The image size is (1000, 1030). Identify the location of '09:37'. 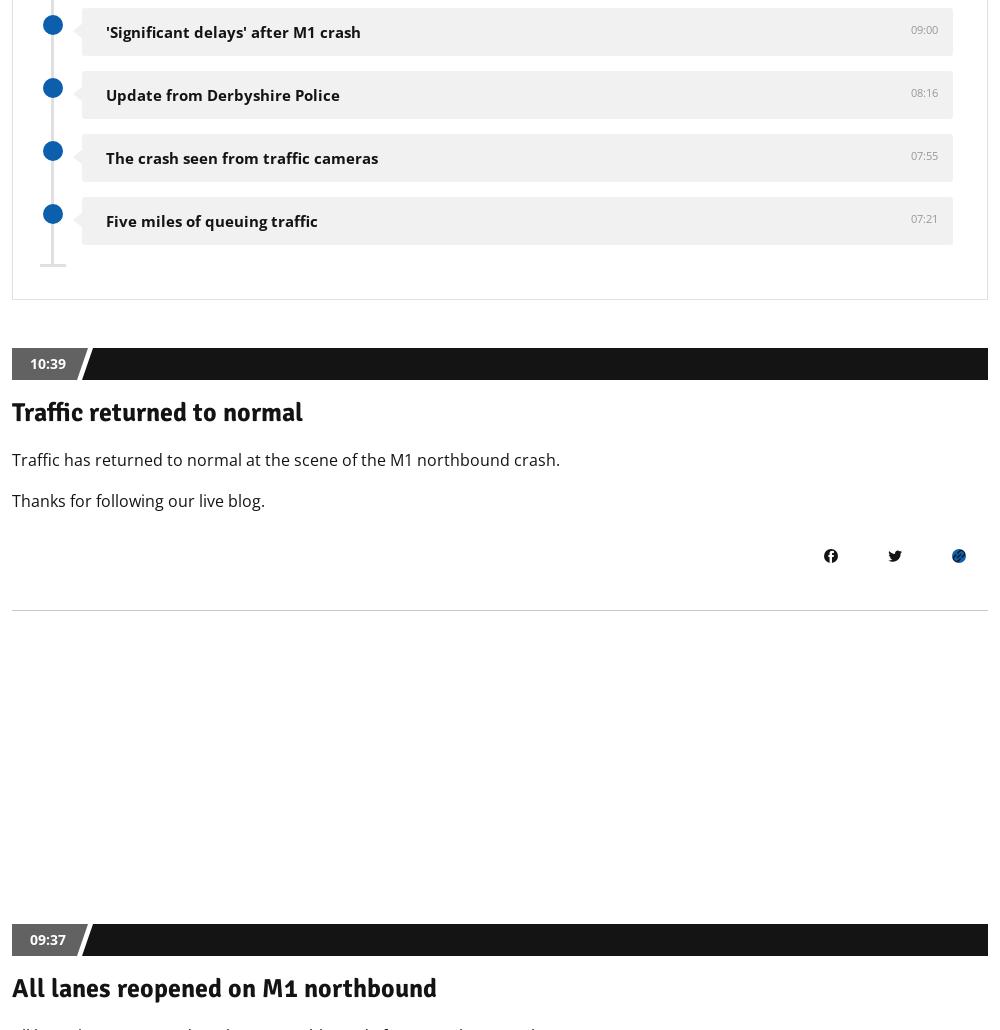
(48, 938).